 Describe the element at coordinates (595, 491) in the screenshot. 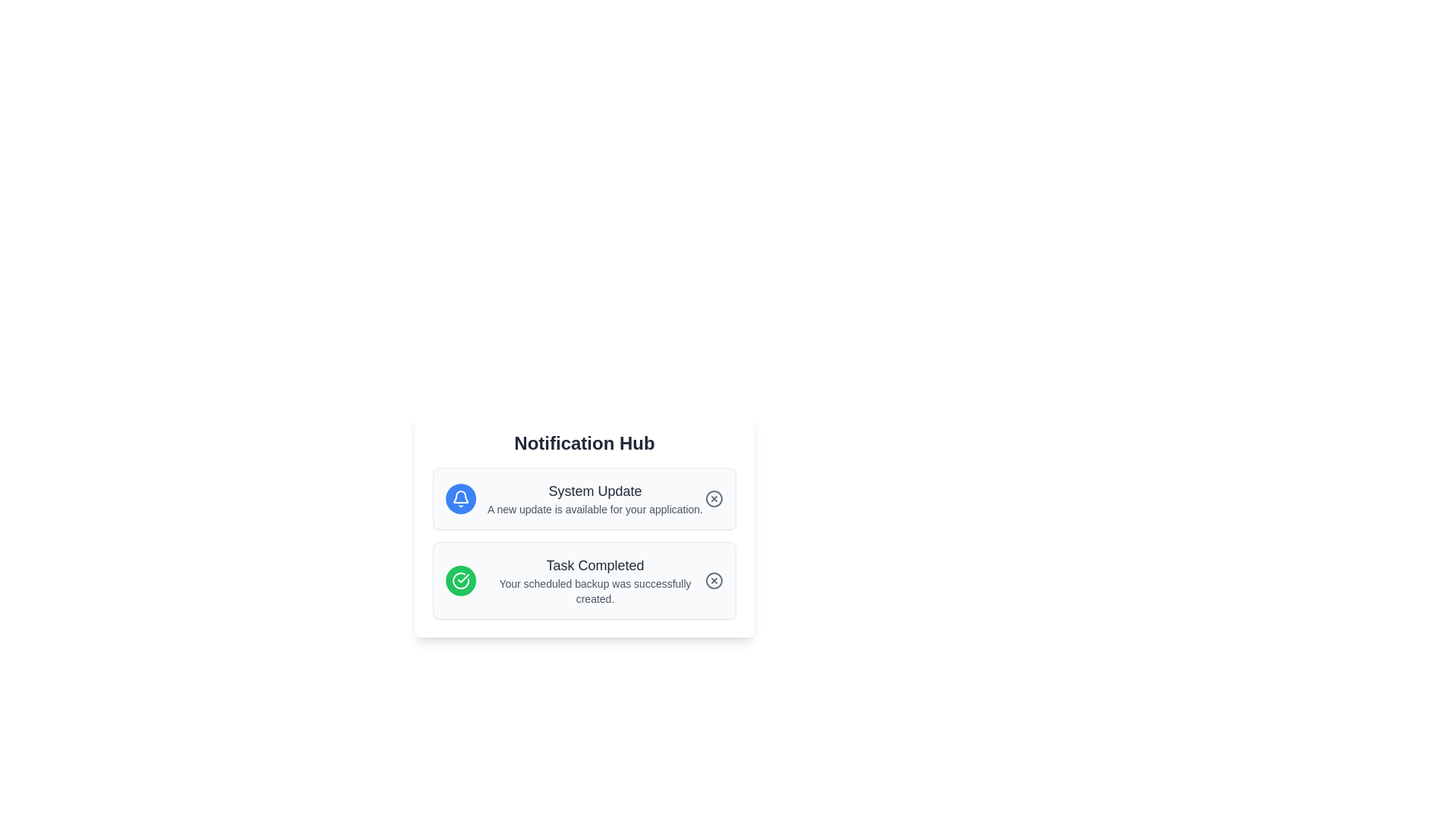

I see `the bold text label that reads 'System Update' styled in dark gray, located at the top of a notification block` at that location.